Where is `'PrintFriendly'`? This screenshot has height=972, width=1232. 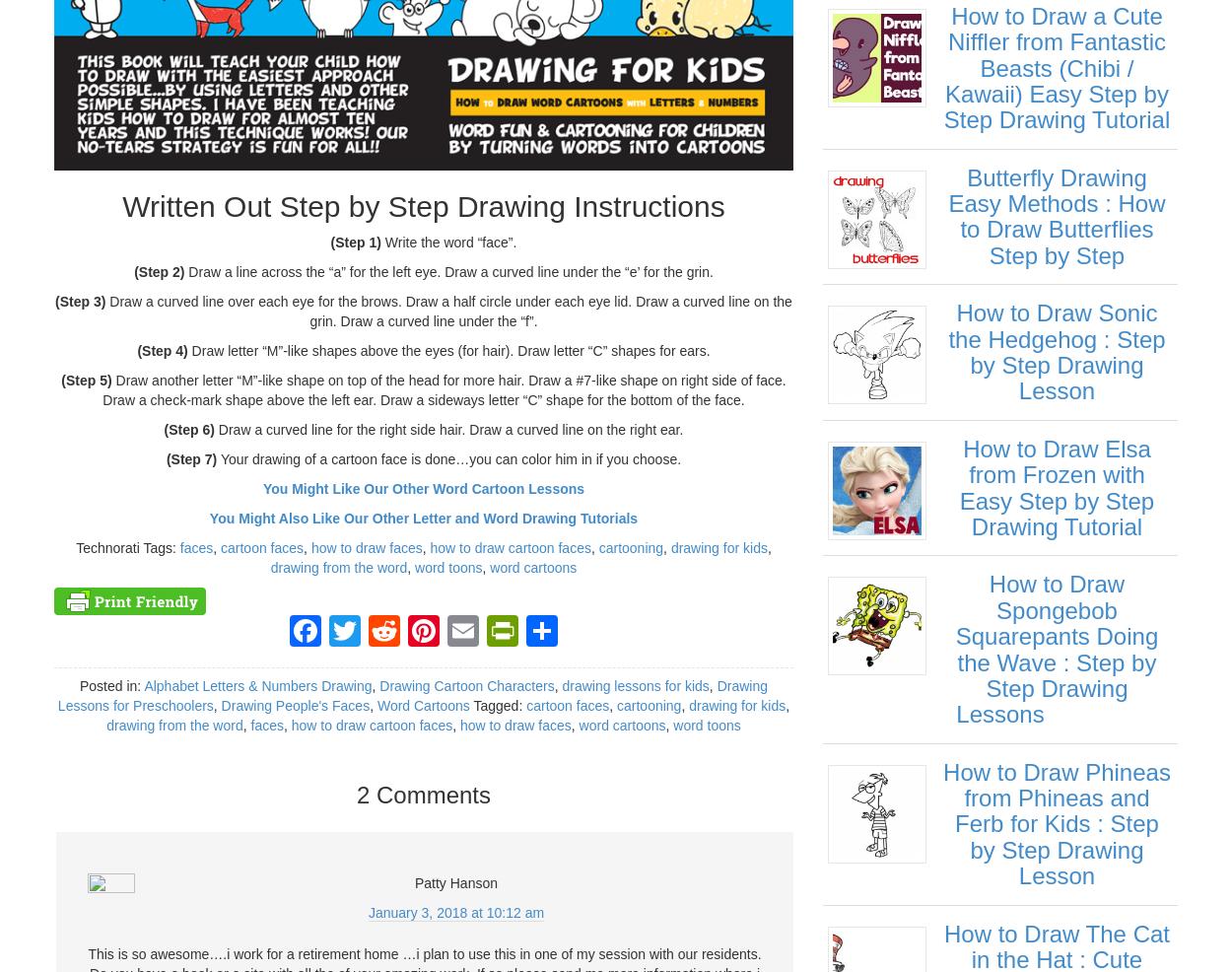
'PrintFriendly' is located at coordinates (534, 740).